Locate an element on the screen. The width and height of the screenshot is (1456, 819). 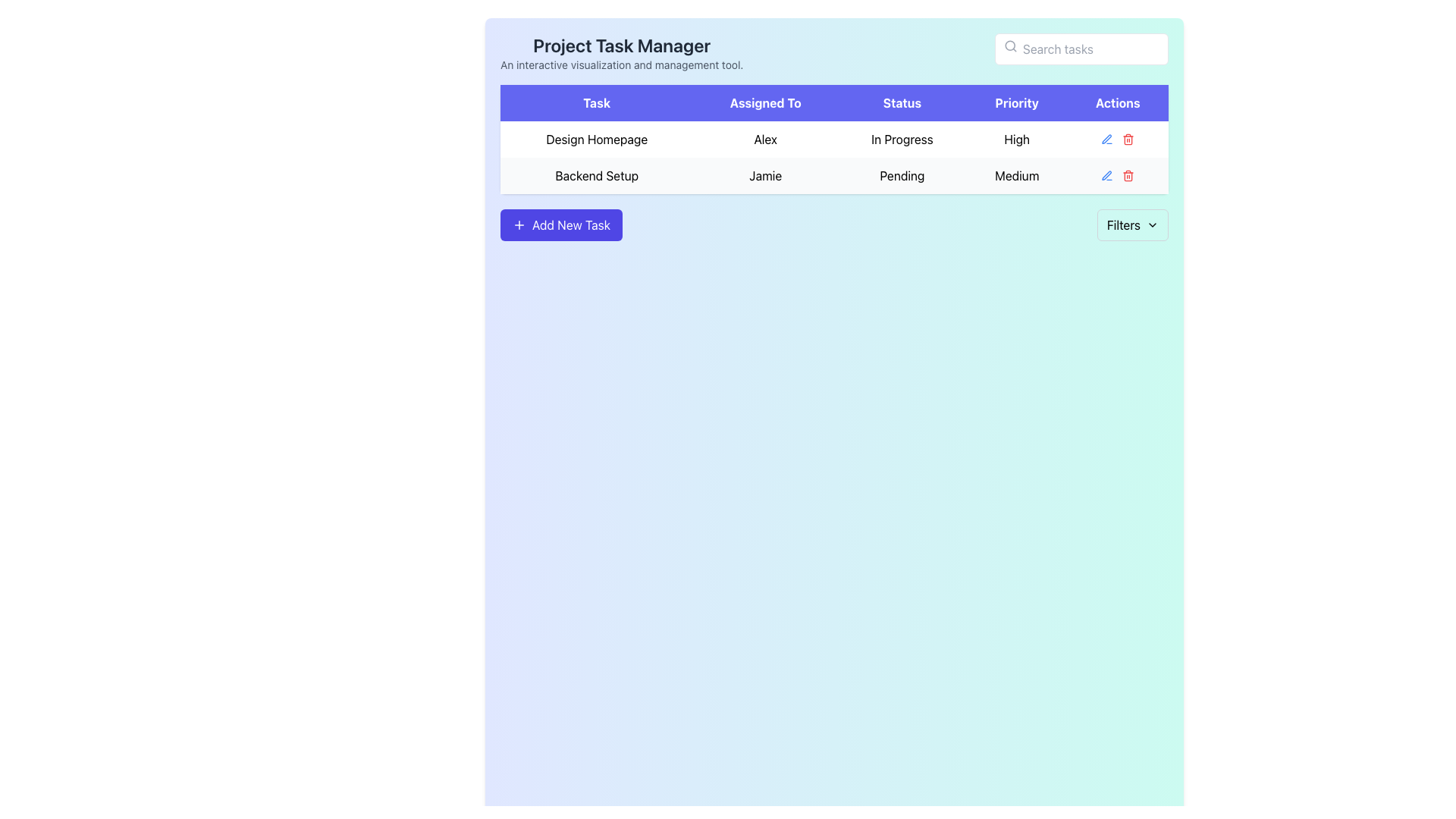
the static text label reading 'Project Task Manager', which is styled with a larger and bold font weight, positioned near the top-left corner of the interface is located at coordinates (622, 45).